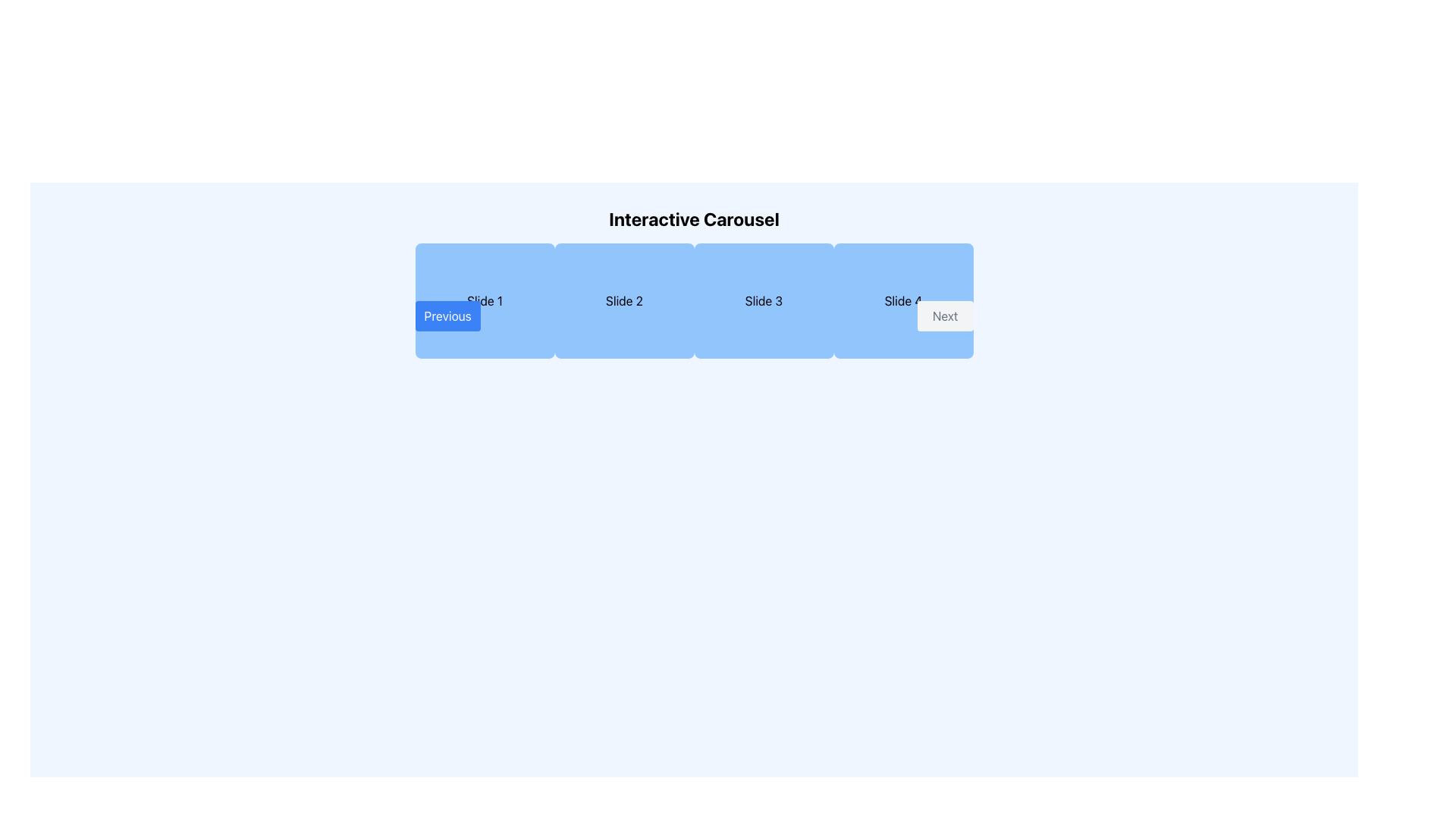  What do you see at coordinates (484, 301) in the screenshot?
I see `to select the first slide in the carousel, which displays content associated with 'Slide 1'` at bounding box center [484, 301].